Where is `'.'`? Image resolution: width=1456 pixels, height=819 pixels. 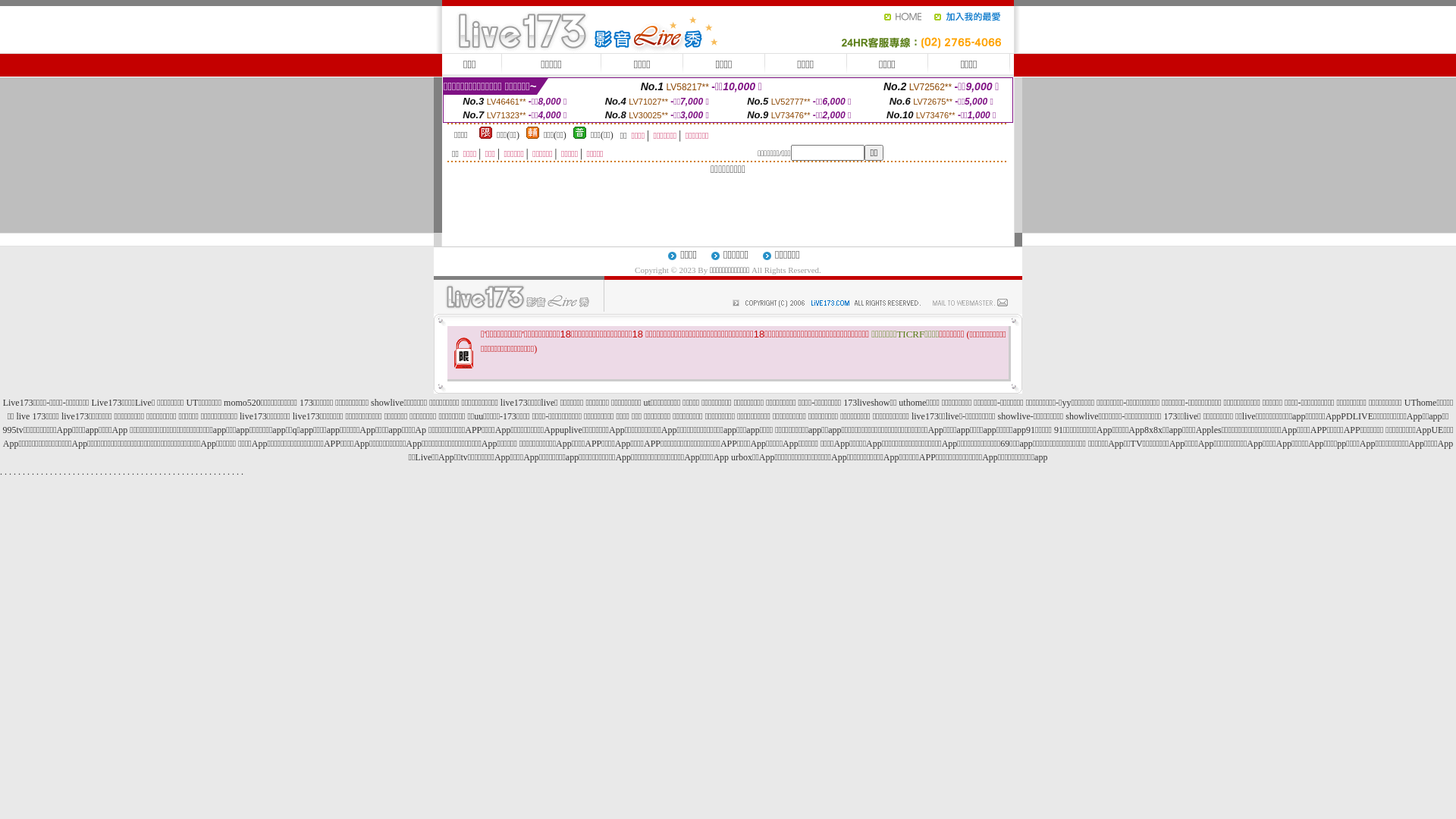 '.' is located at coordinates (196, 470).